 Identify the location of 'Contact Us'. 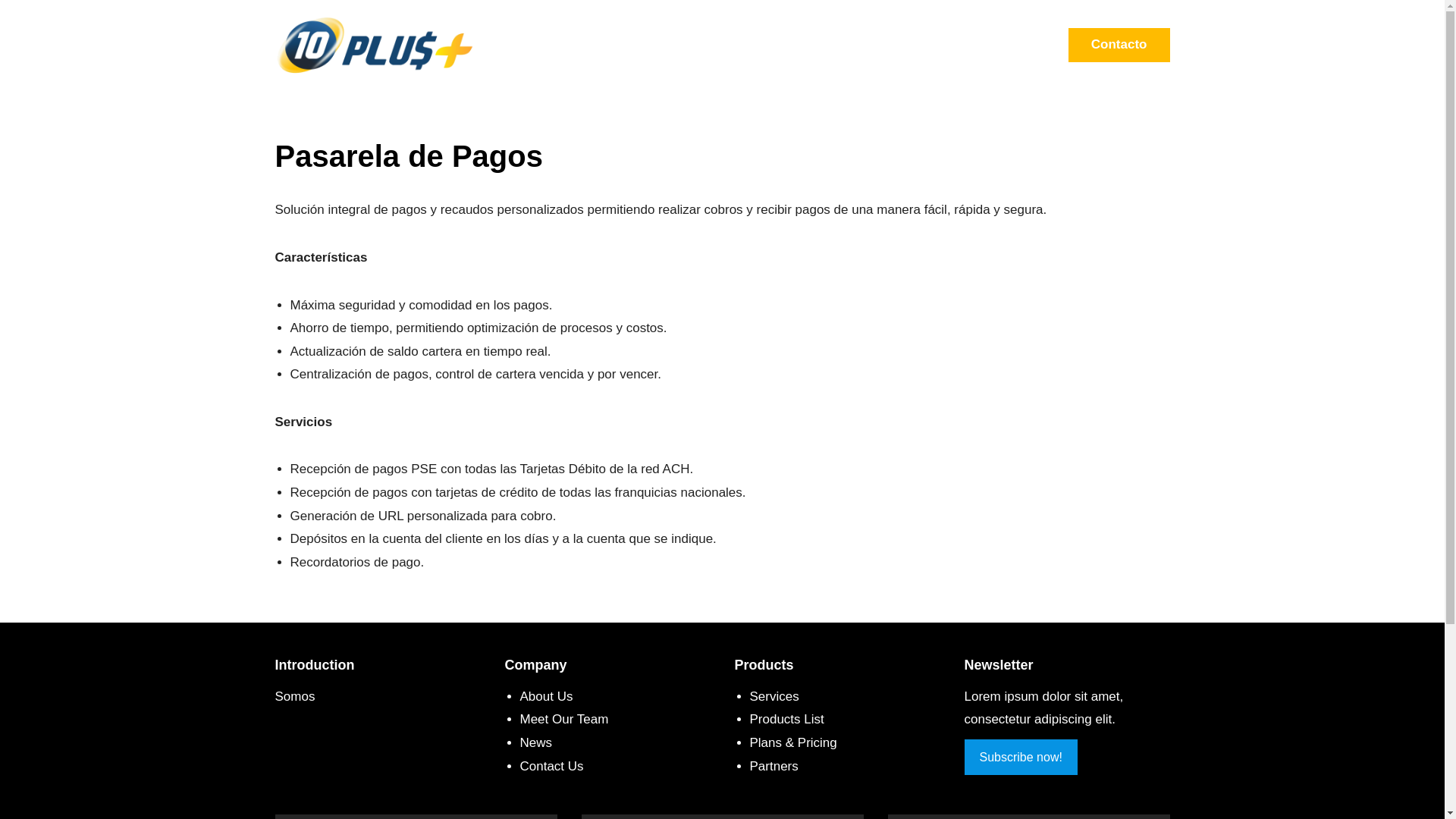
(551, 766).